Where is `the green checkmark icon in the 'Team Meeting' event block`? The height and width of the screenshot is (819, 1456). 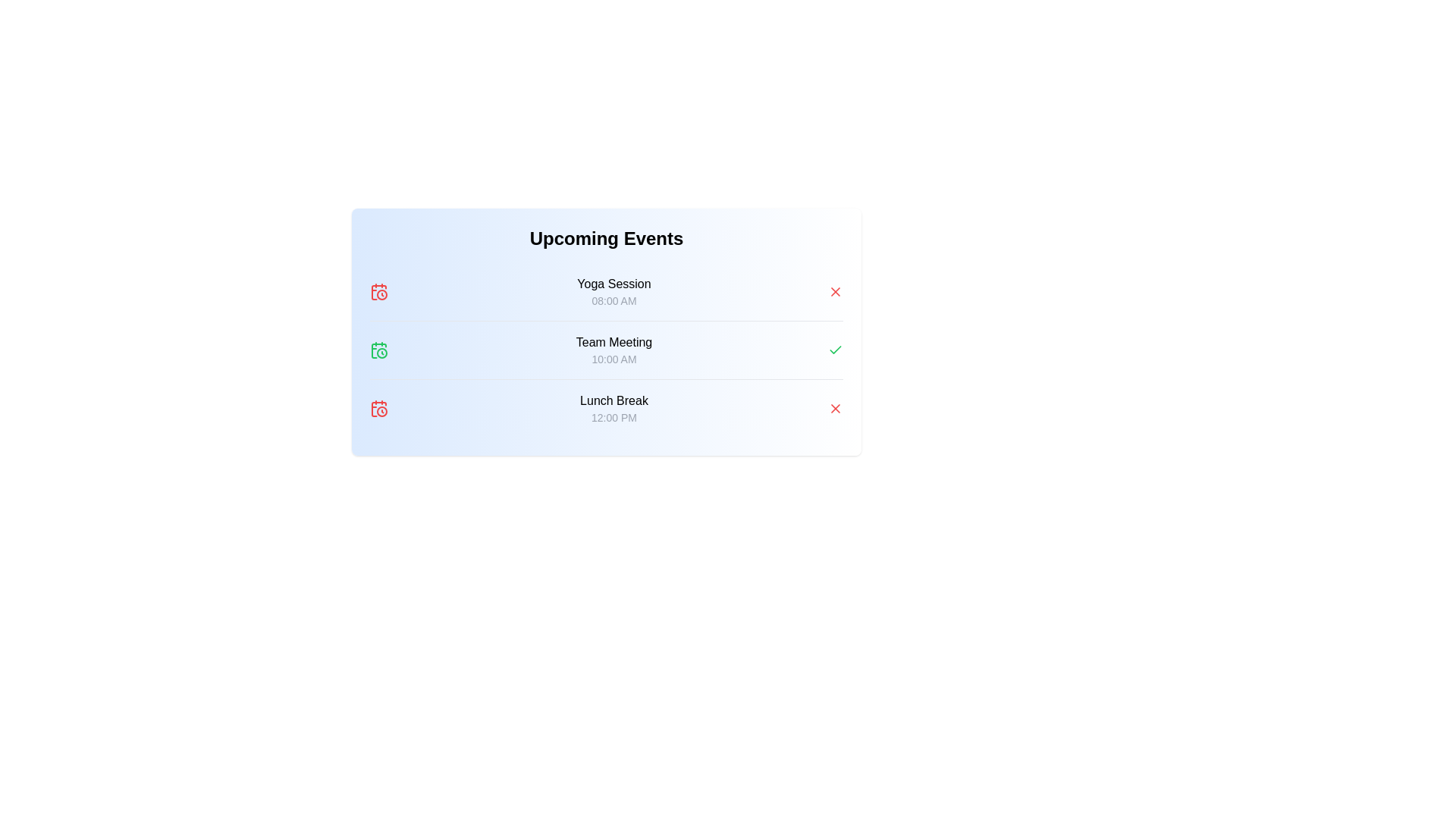
the green checkmark icon in the 'Team Meeting' event block is located at coordinates (607, 350).